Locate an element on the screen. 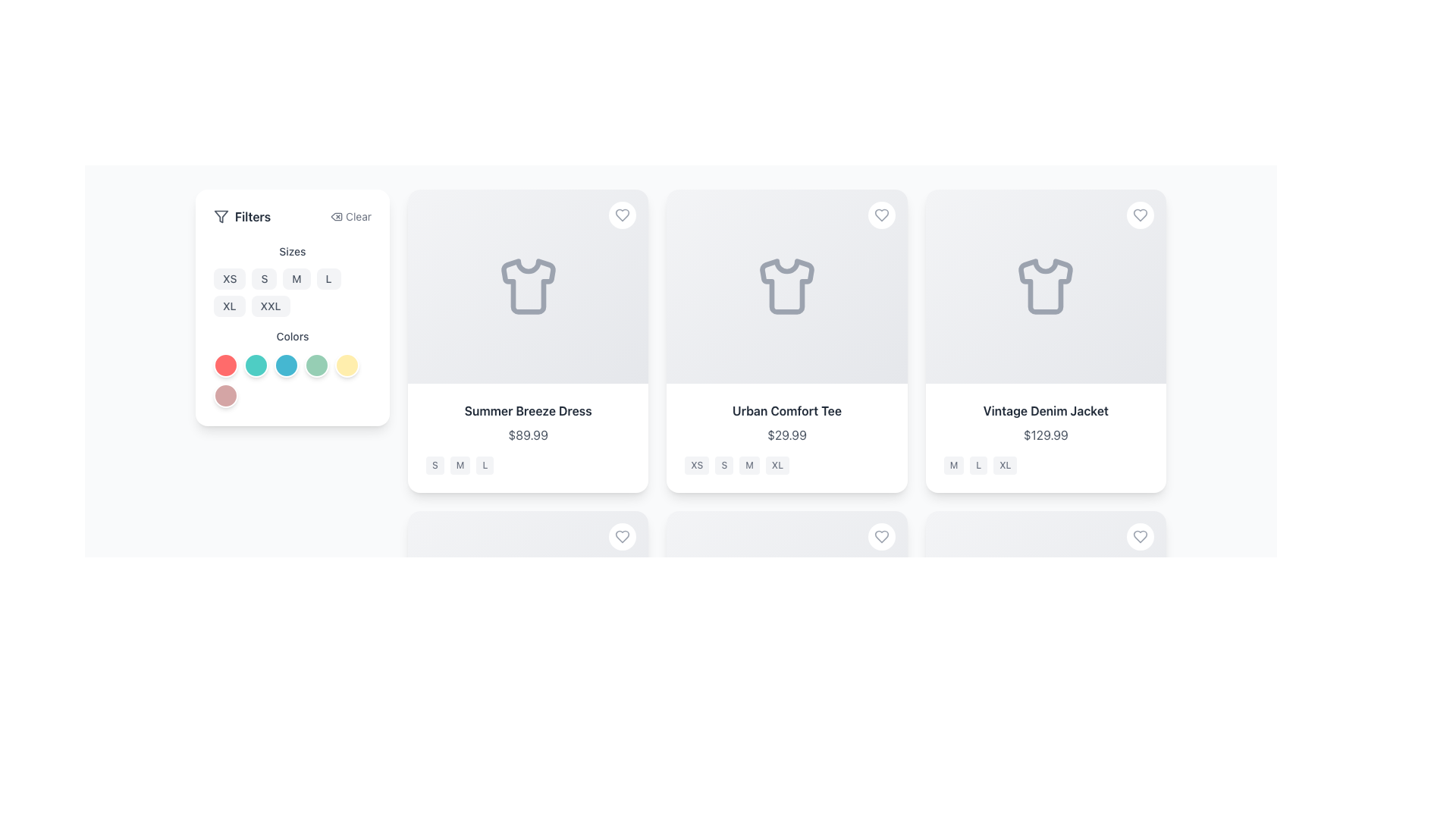 This screenshot has height=819, width=1456. the 'favorite' button located in the top-right corner of the 'Urban Comfort Tee' product card to observe visual changes is located at coordinates (881, 215).